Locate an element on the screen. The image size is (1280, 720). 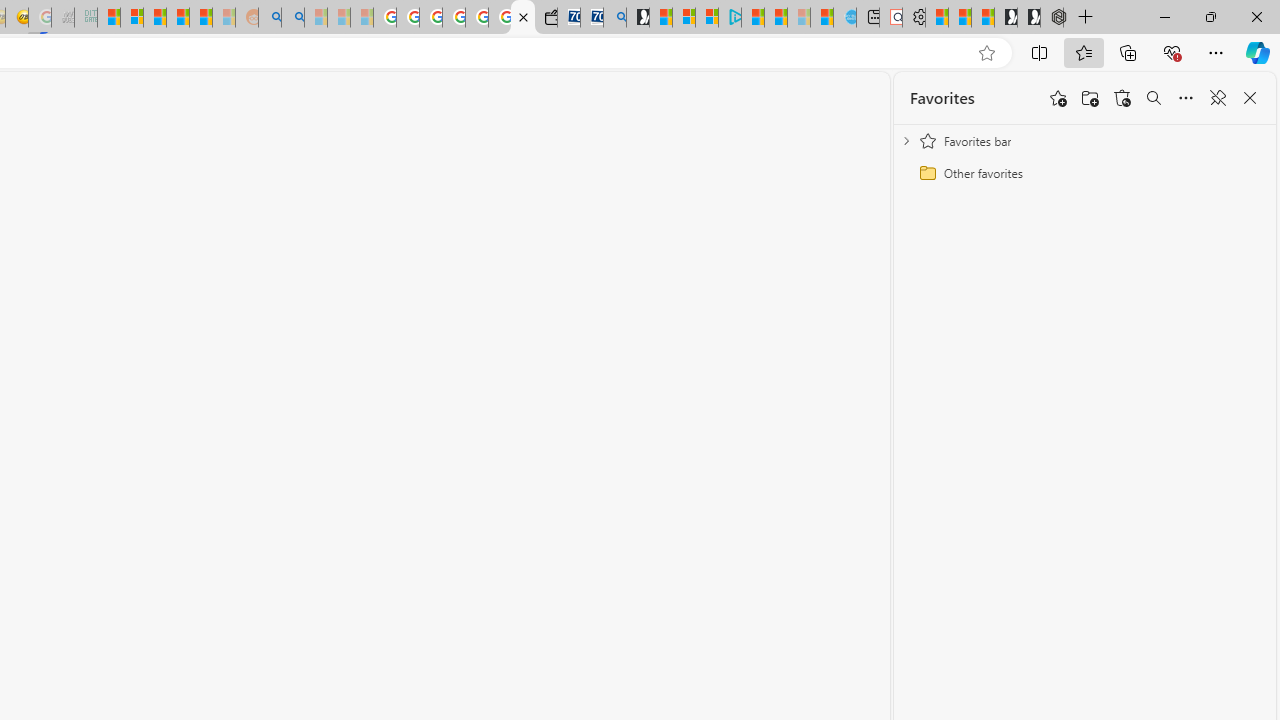
'DITOGAMES AG Imprint - Sleeping' is located at coordinates (85, 17).